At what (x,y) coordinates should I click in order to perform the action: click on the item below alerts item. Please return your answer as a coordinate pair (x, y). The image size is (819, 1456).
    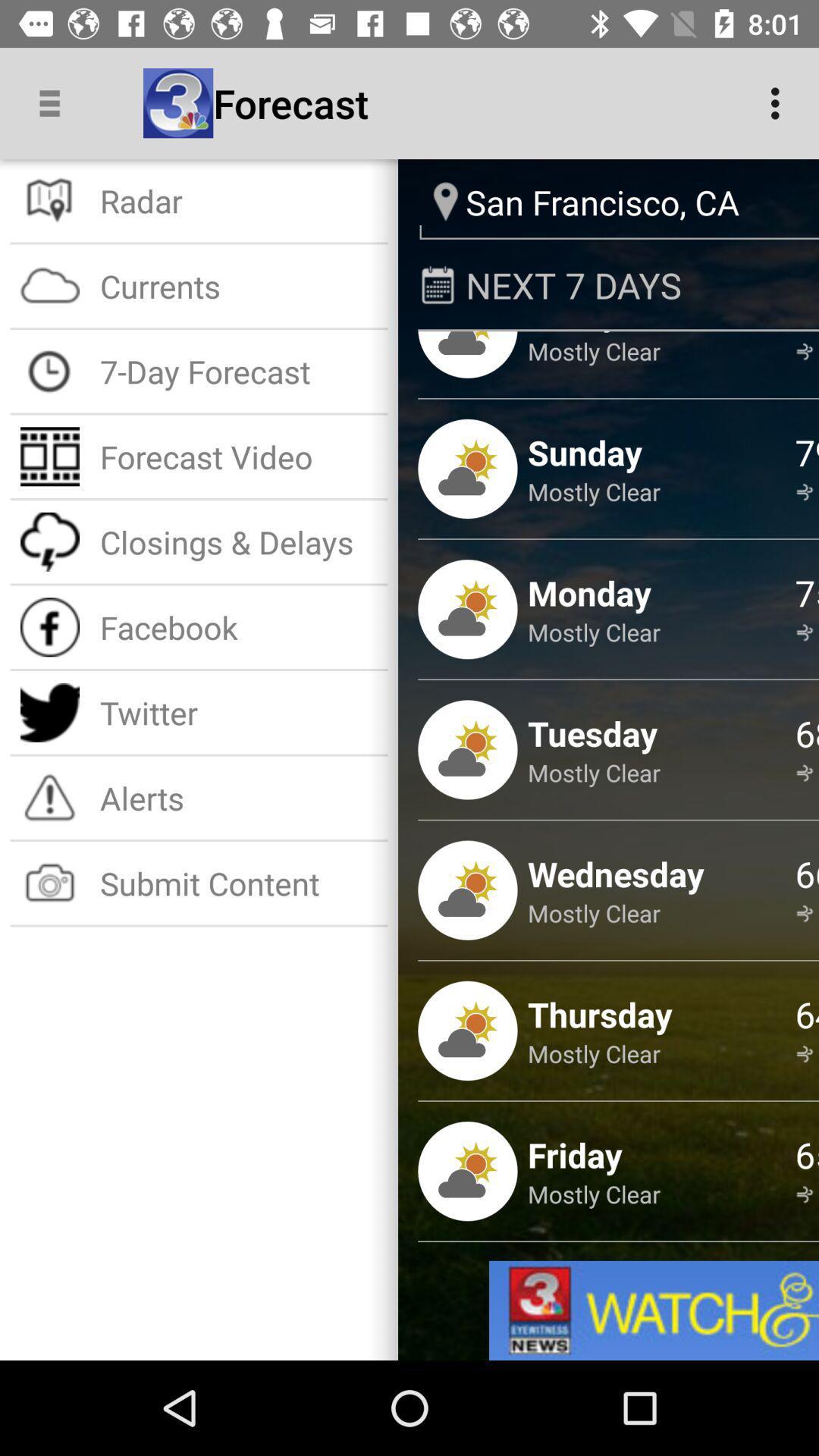
    Looking at the image, I should click on (239, 883).